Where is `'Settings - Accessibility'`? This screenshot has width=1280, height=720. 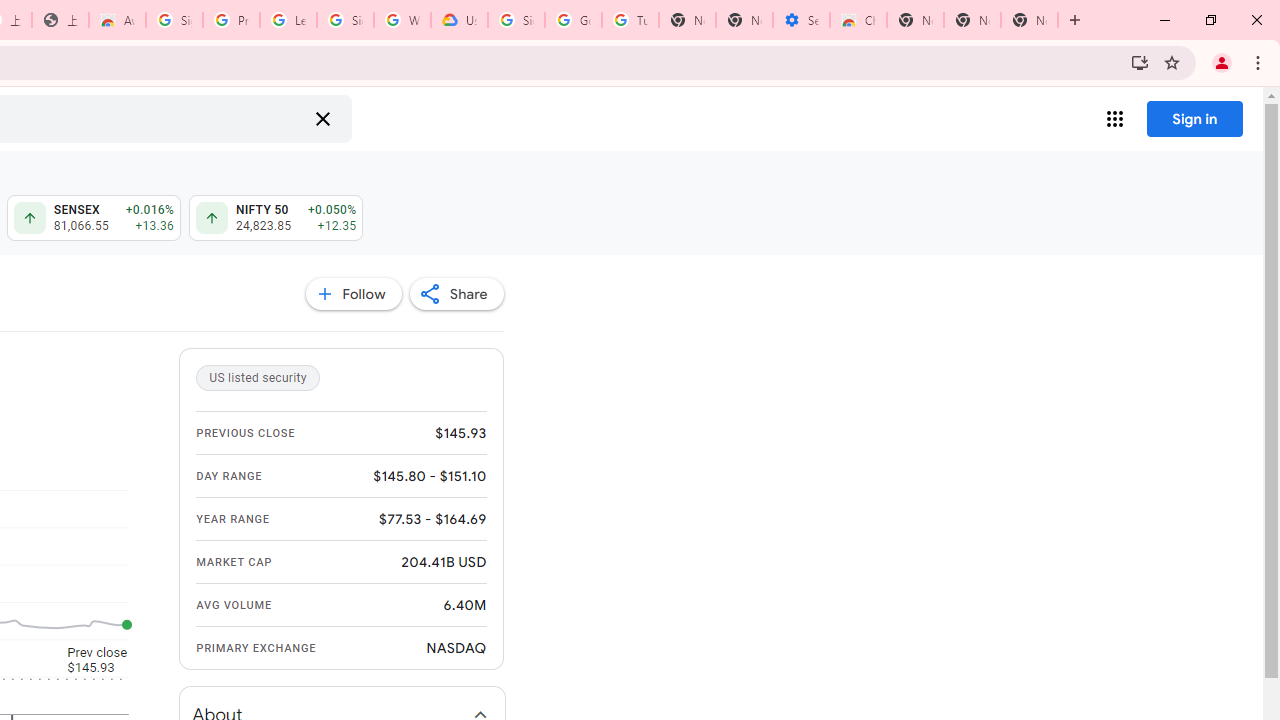 'Settings - Accessibility' is located at coordinates (801, 20).